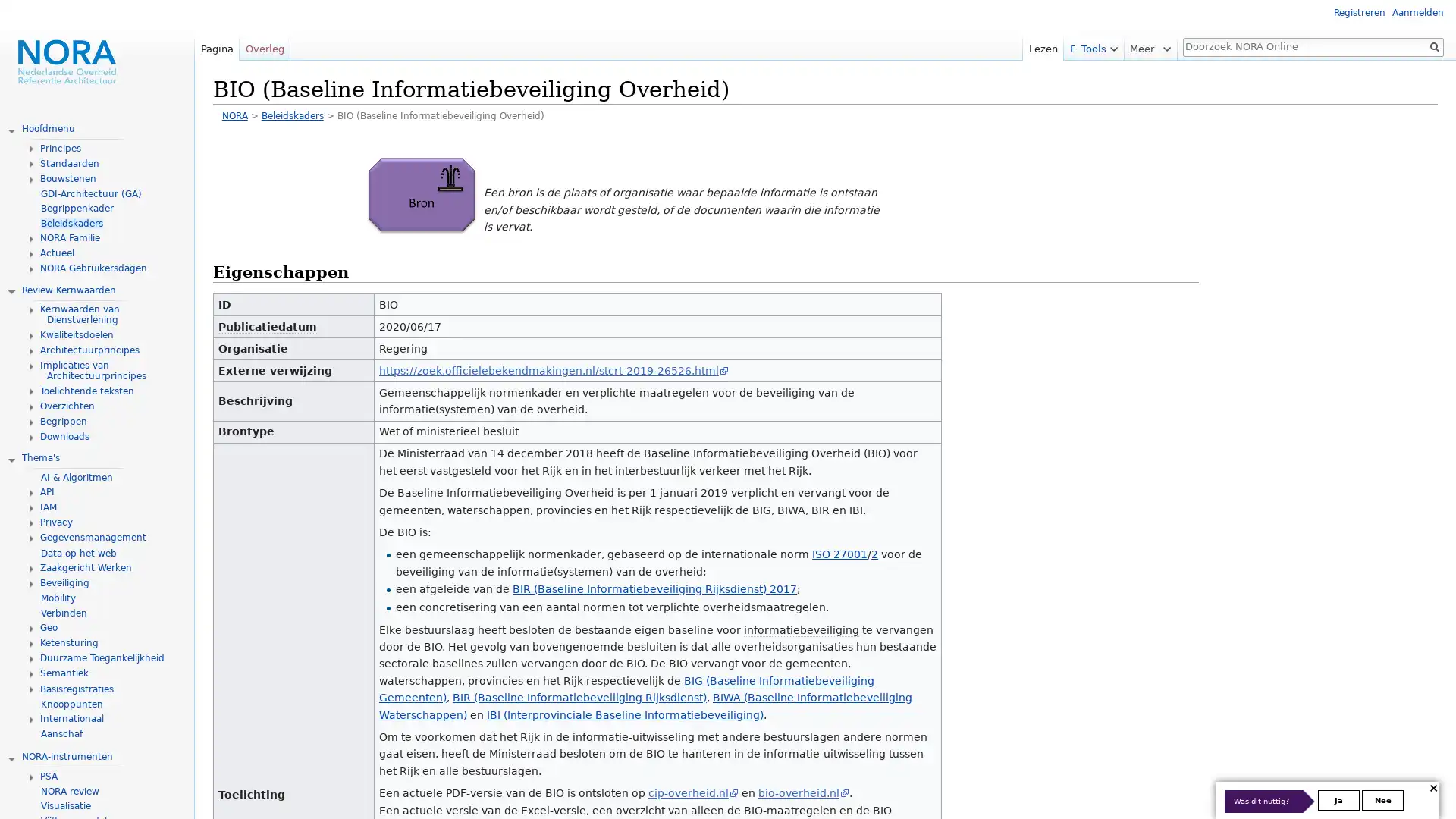 The width and height of the screenshot is (1456, 819). I want to click on OK, so click(1433, 45).